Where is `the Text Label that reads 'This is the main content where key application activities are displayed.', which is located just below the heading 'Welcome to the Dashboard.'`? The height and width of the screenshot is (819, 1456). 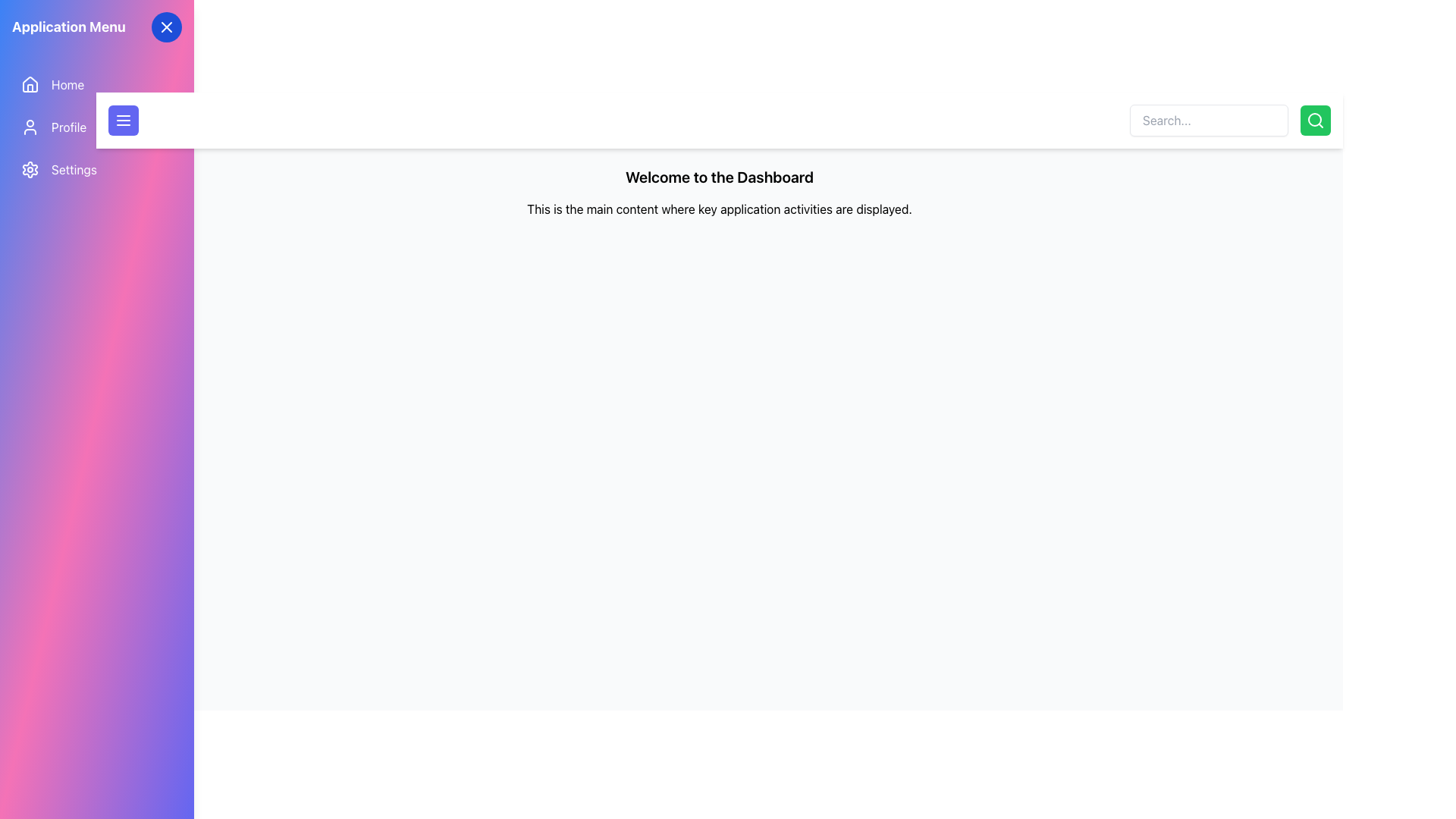 the Text Label that reads 'This is the main content where key application activities are displayed.', which is located just below the heading 'Welcome to the Dashboard.' is located at coordinates (719, 209).